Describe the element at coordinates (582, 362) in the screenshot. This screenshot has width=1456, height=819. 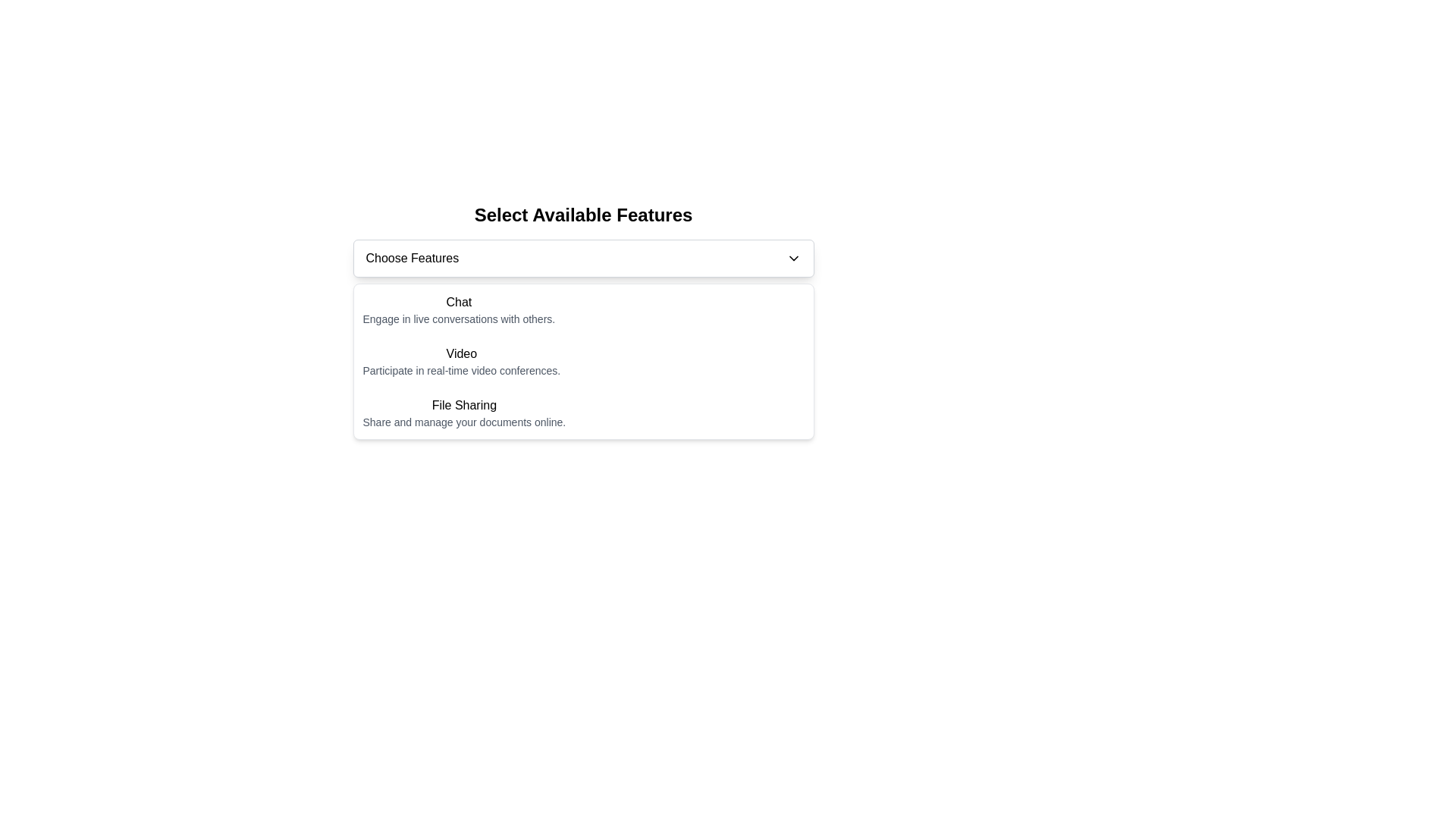
I see `the second row of the Interactive List Row that provides information about the 'Video' feature, located below the 'Select Available Features' dropdown menu` at that location.